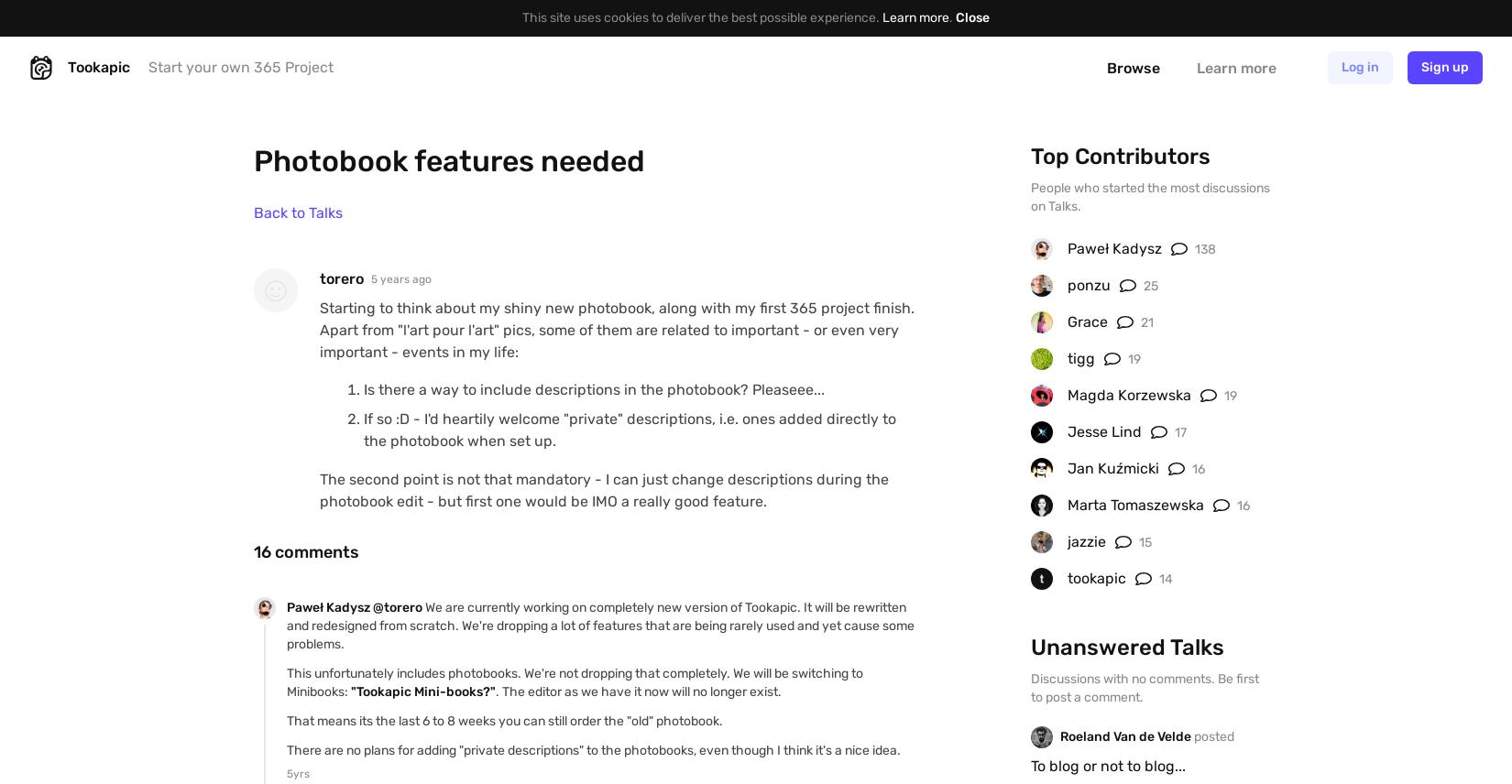  I want to click on 'Starting to think about my shiny new photobook, along with my first 365 project finish. Apart from "l'art pour l'art" pics, some of them are related to important - or even very important - events in my life:', so click(616, 330).